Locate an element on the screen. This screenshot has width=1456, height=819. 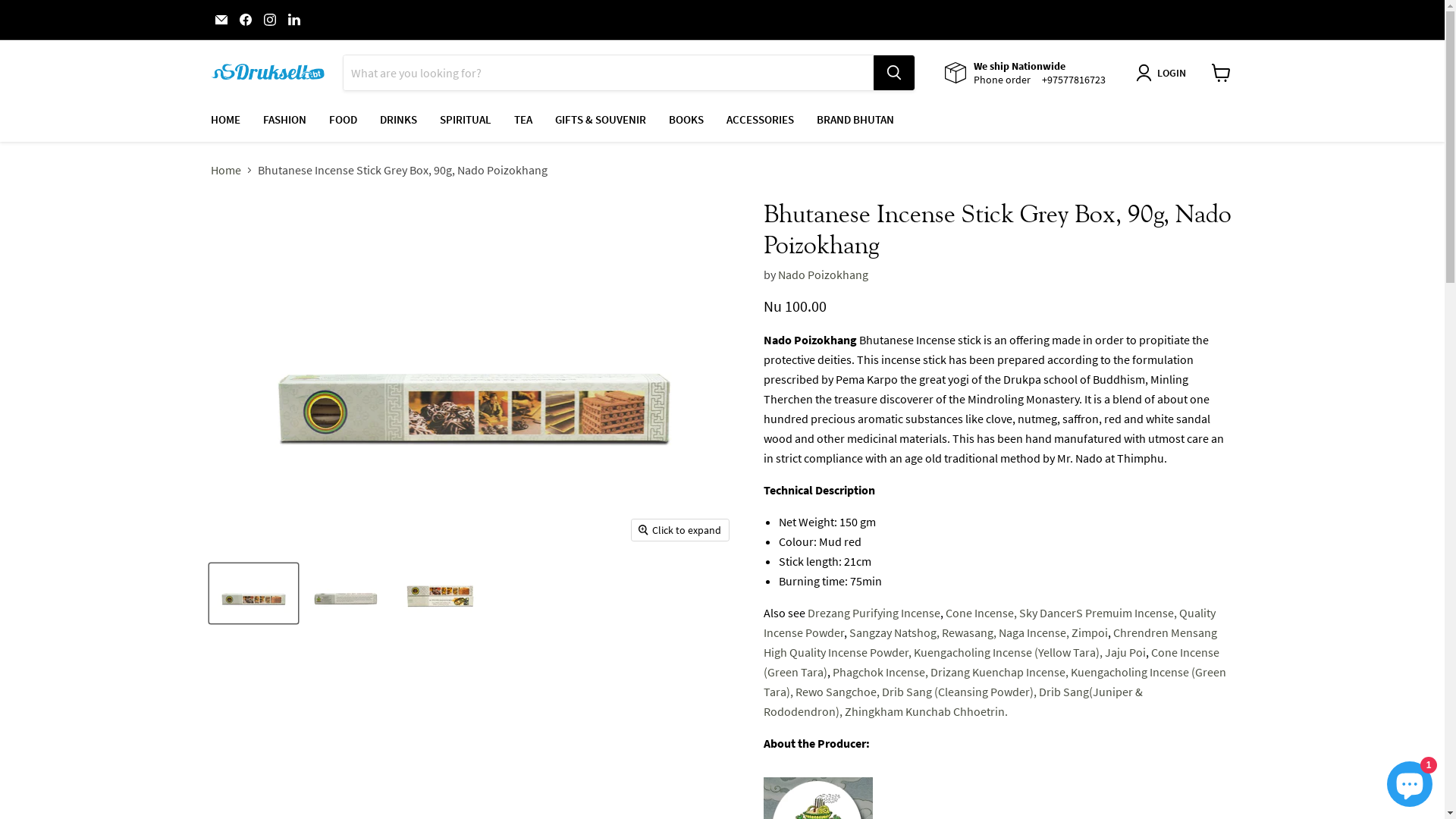
'Phagchok Incense,' is located at coordinates (880, 671).